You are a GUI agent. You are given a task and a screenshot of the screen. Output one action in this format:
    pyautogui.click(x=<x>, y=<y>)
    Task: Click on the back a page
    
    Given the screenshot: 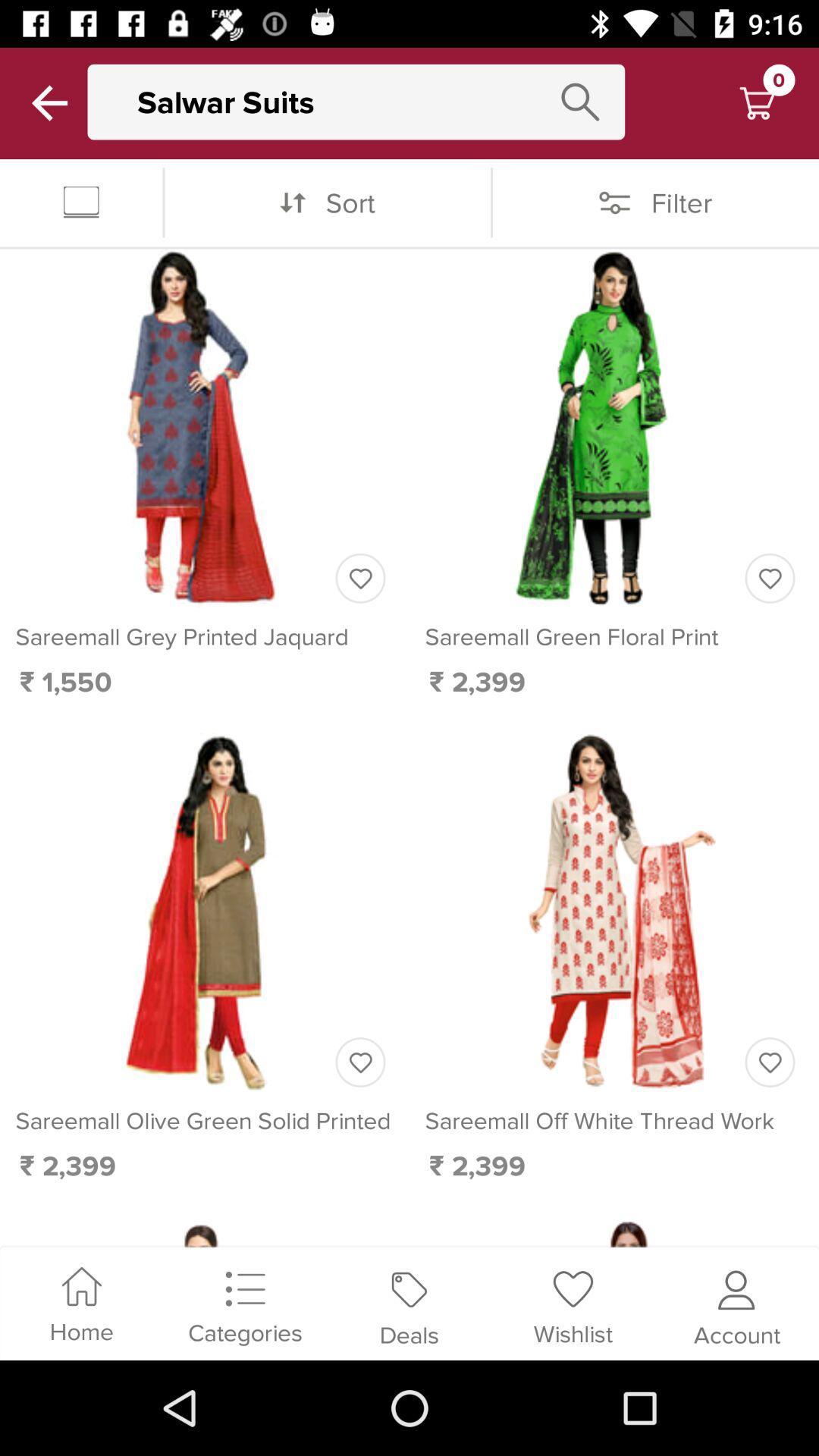 What is the action you would take?
    pyautogui.click(x=49, y=102)
    